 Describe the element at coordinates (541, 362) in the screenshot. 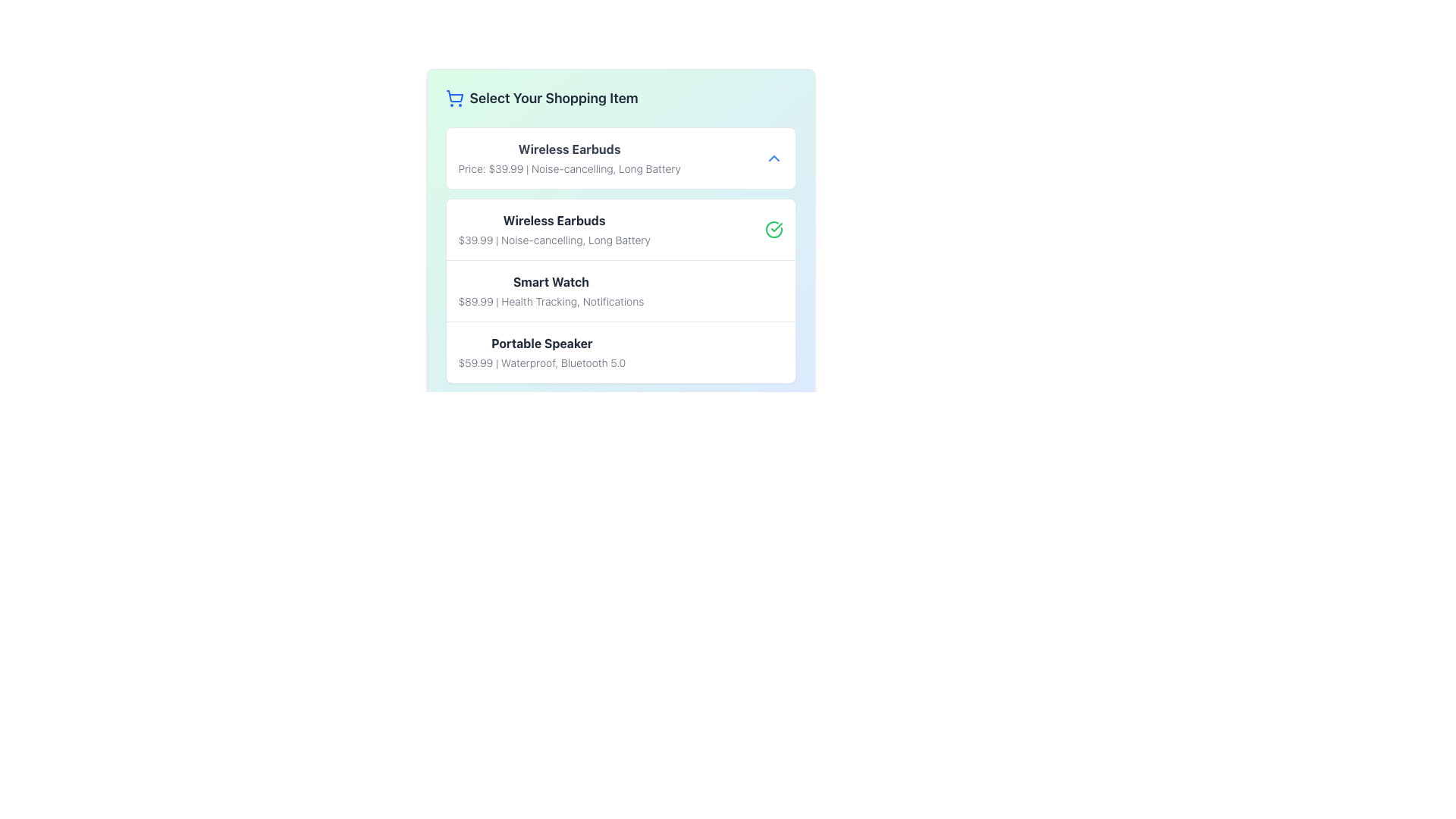

I see `the Text Display element that shows the price and description of the Portable Speaker, which is located beneath the title and styled in light gray font` at that location.